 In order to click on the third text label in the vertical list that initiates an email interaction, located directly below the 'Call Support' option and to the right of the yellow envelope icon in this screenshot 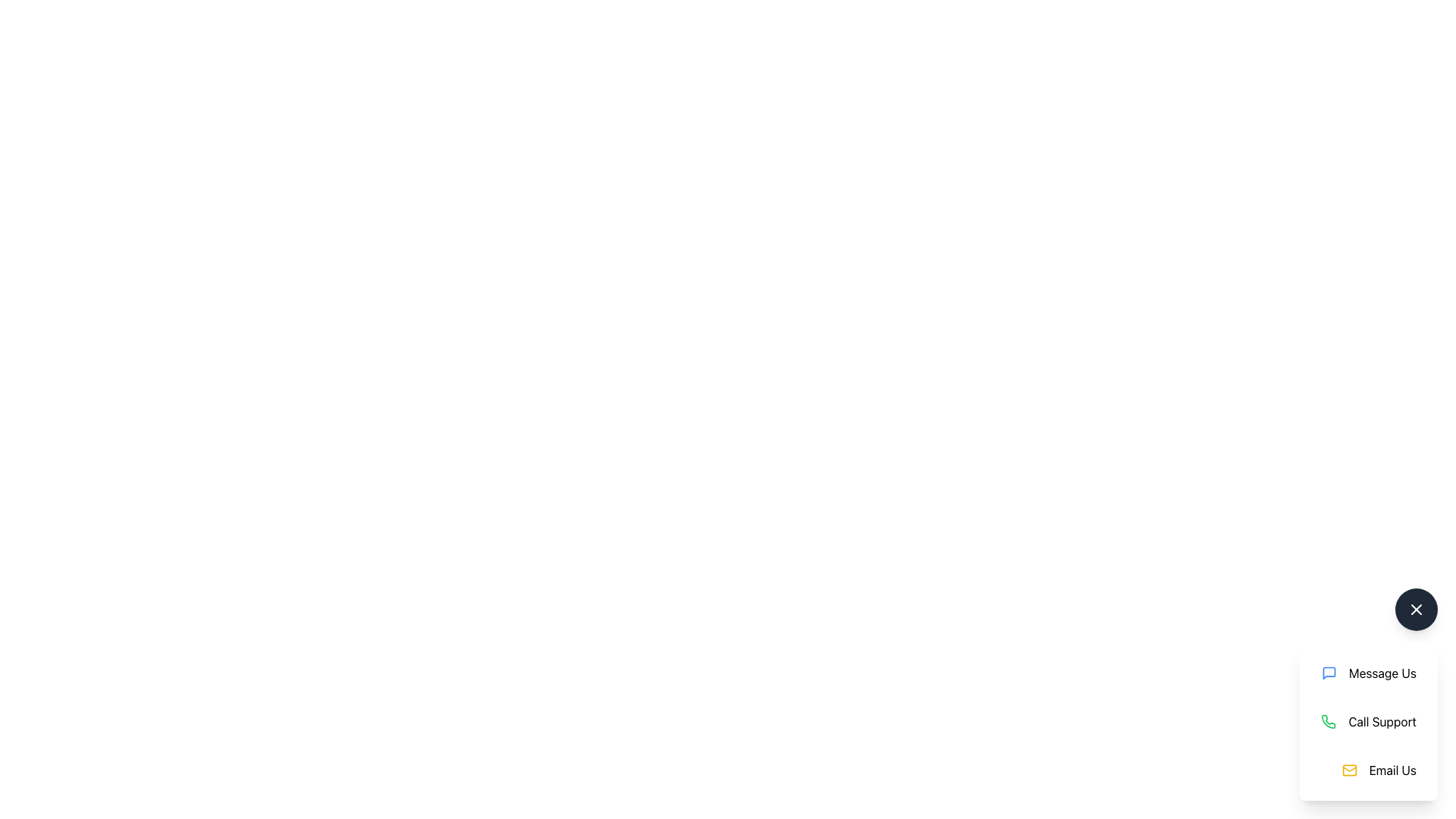, I will do `click(1392, 770)`.